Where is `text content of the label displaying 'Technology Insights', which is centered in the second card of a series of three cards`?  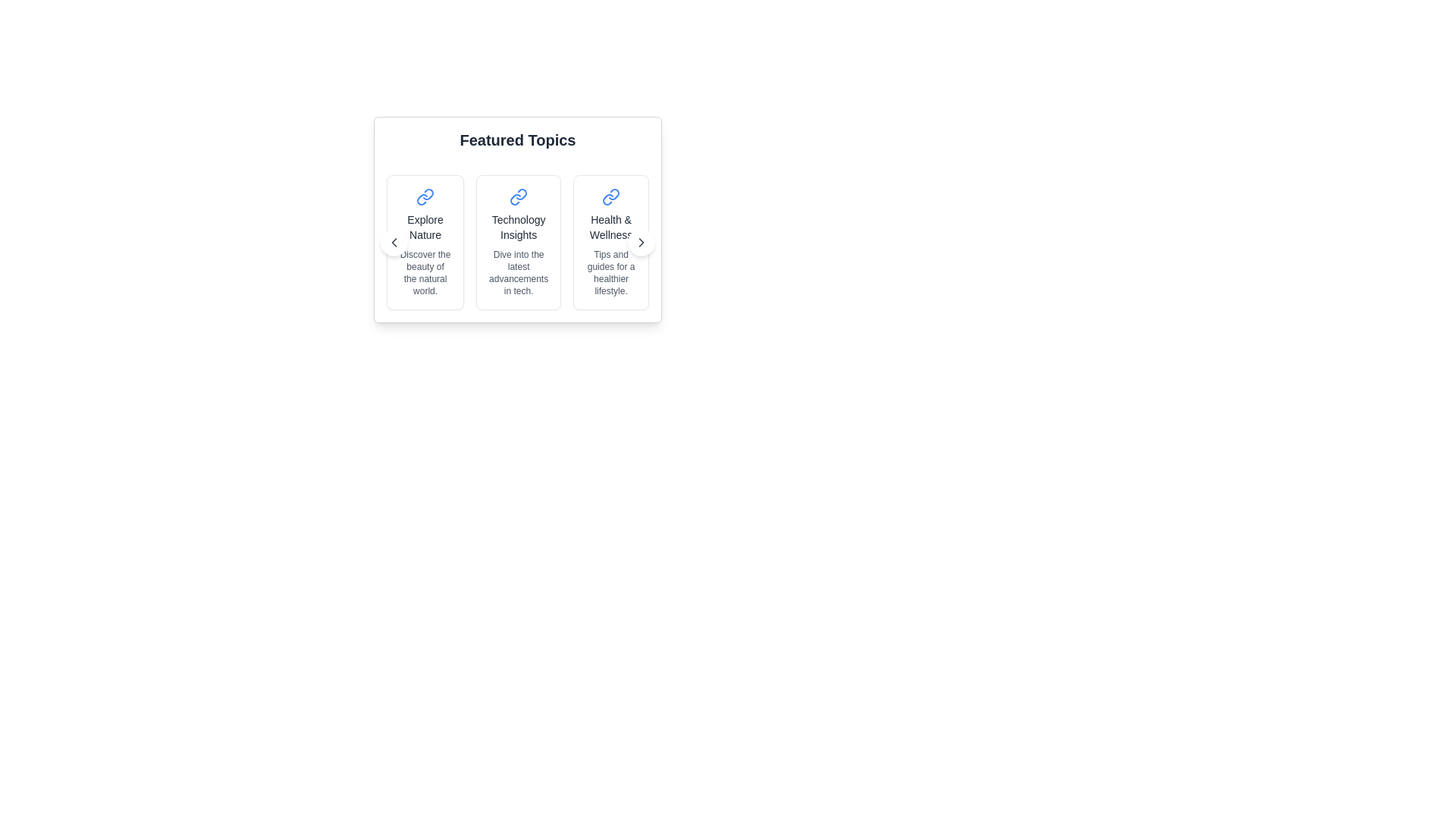 text content of the label displaying 'Technology Insights', which is centered in the second card of a series of three cards is located at coordinates (519, 227).